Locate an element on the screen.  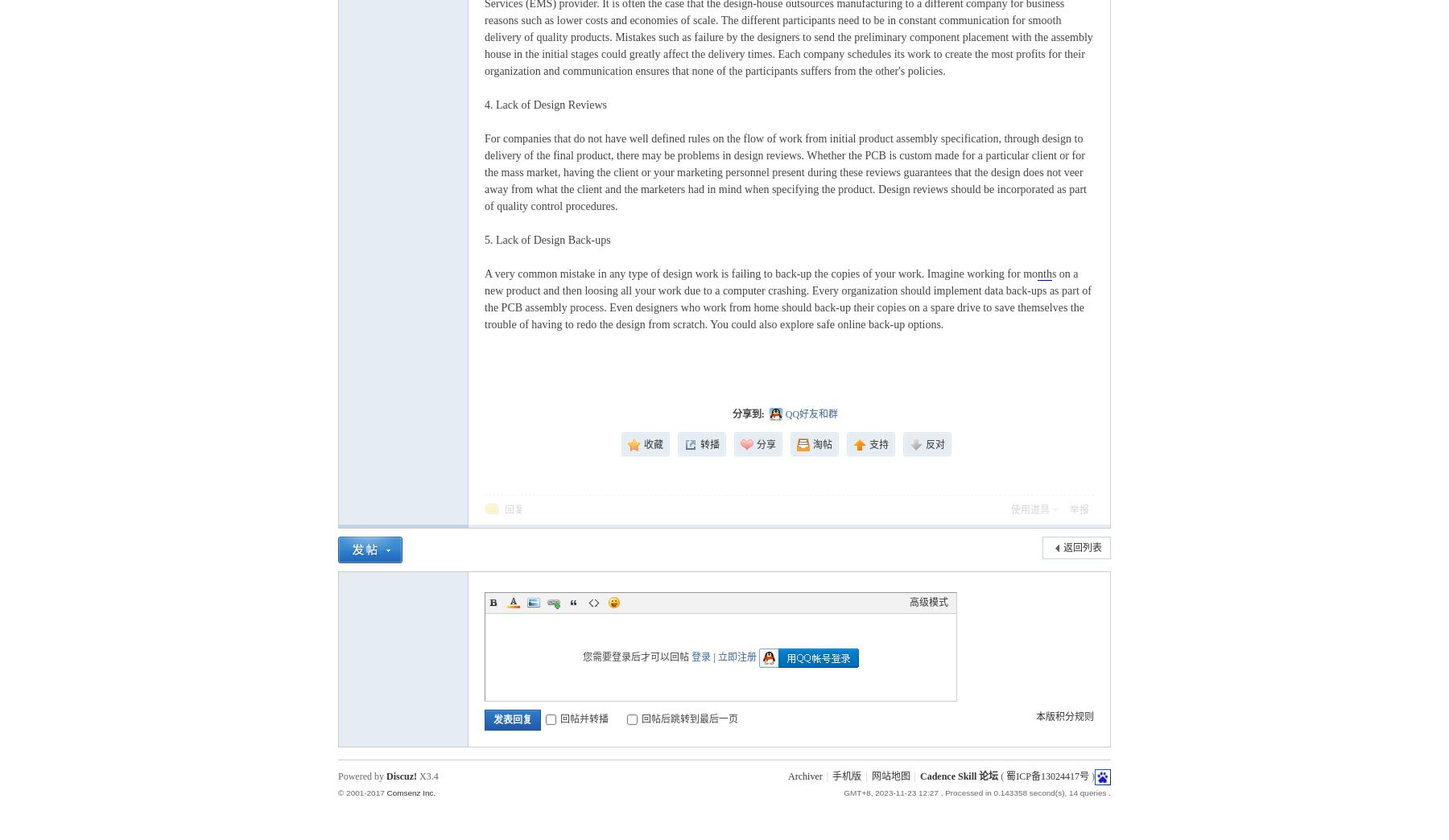
'5. Lack of Design Back-ups' is located at coordinates (484, 239).